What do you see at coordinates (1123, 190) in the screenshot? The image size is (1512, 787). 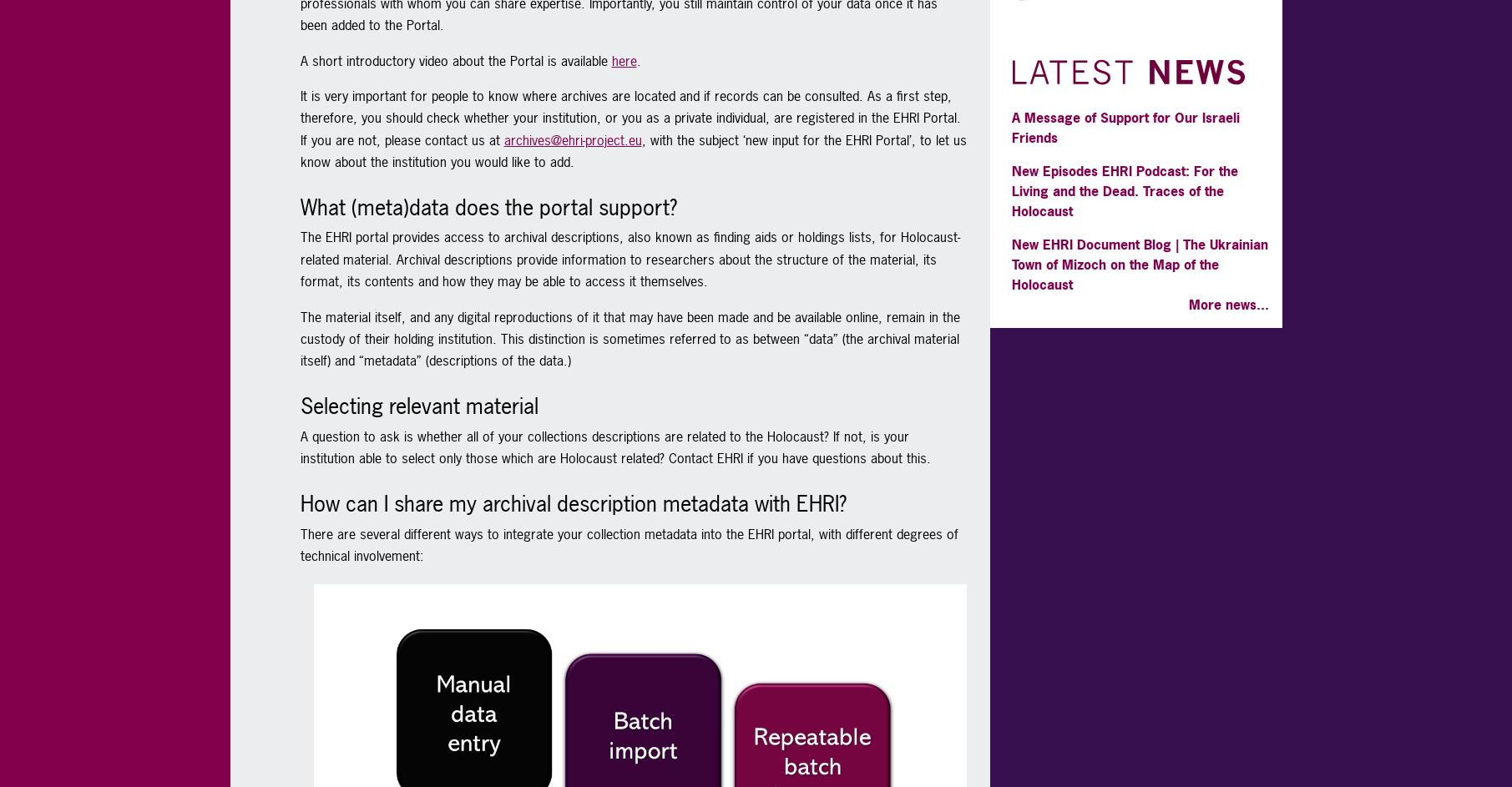 I see `'New Episodes EHRI Podcast: For the Living and the Dead. Traces of the Holocaust'` at bounding box center [1123, 190].